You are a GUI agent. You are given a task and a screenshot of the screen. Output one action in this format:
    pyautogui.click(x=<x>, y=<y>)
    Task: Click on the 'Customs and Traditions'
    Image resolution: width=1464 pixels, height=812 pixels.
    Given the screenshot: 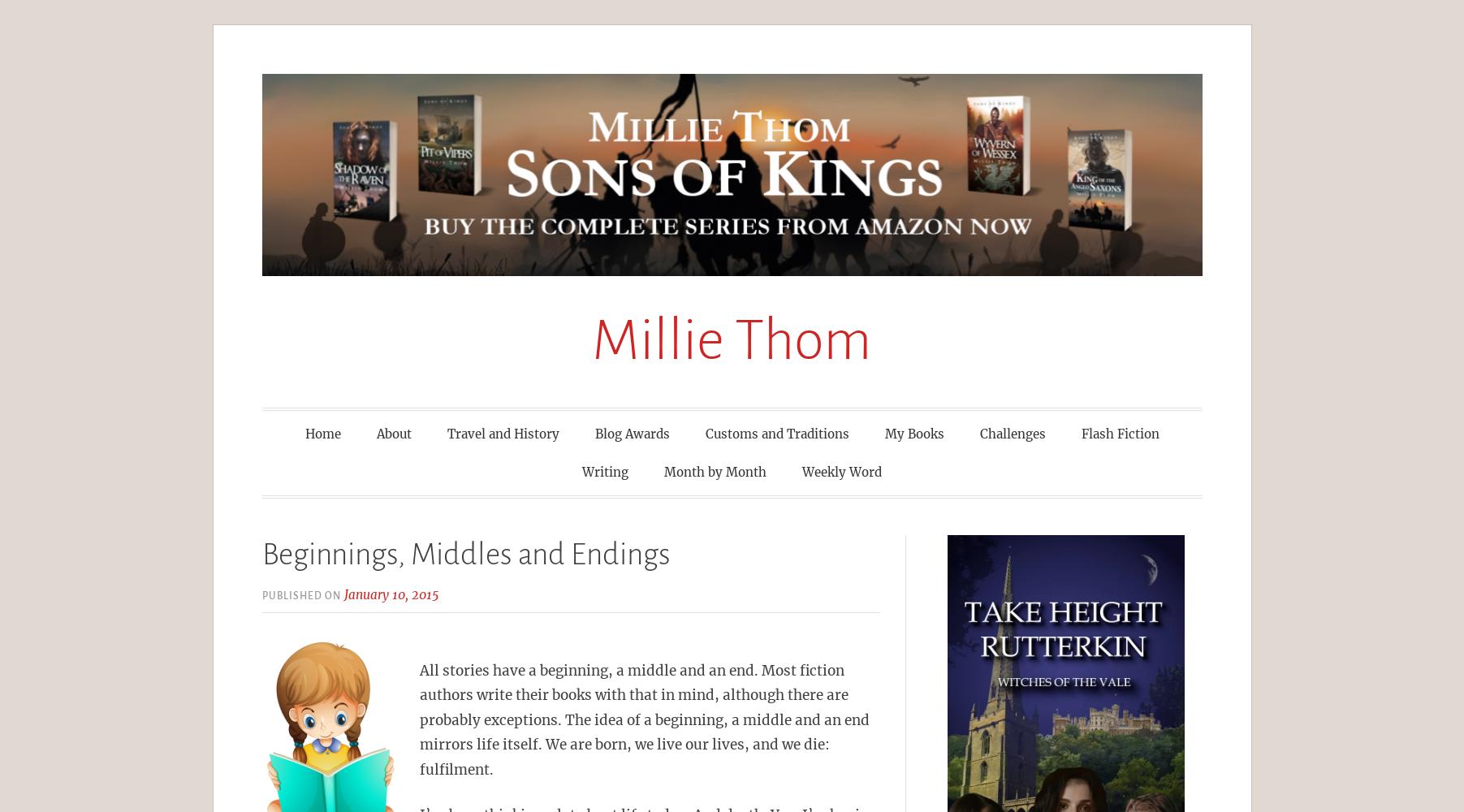 What is the action you would take?
    pyautogui.click(x=776, y=433)
    